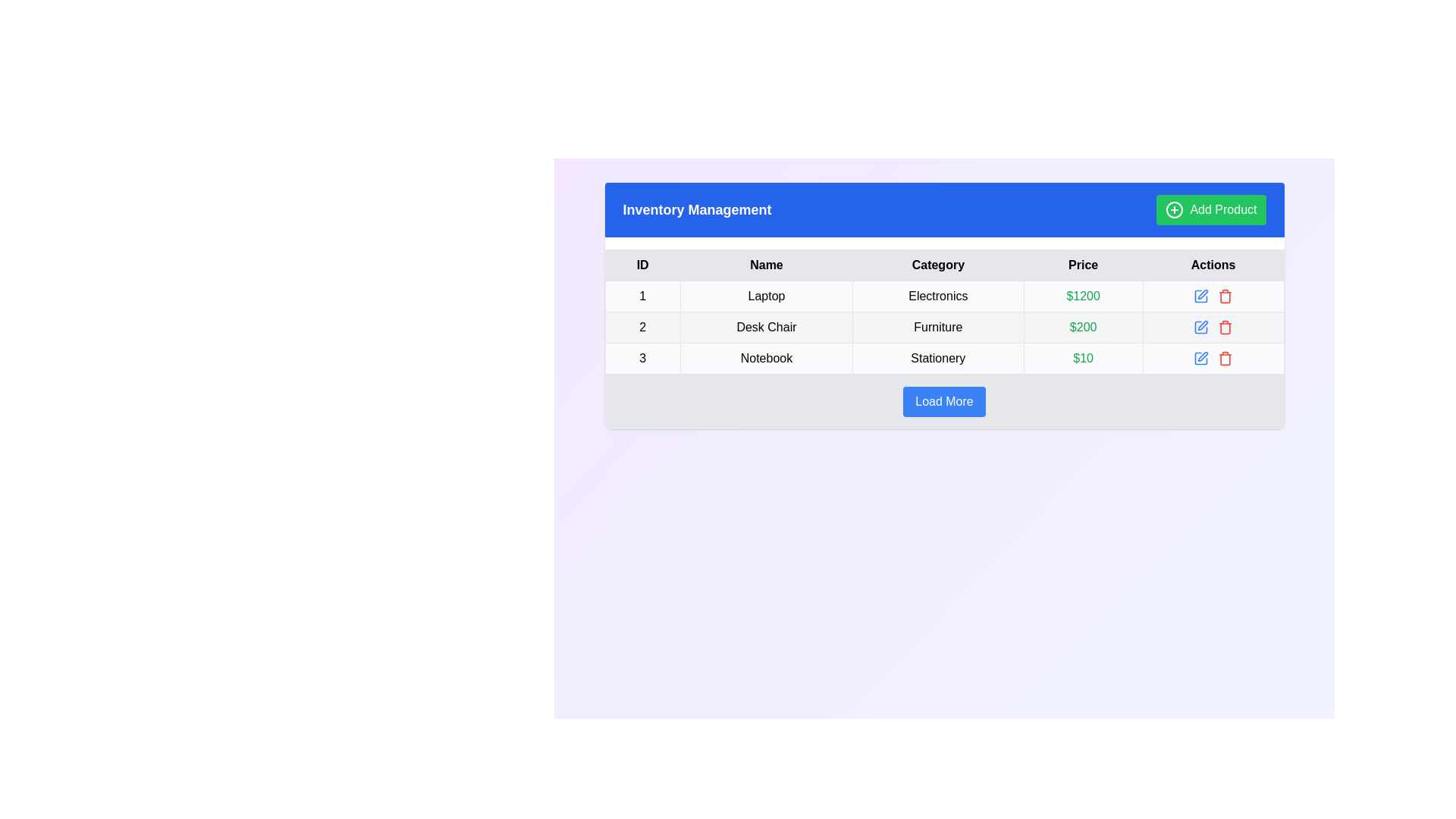  Describe the element at coordinates (1202, 356) in the screenshot. I see `the Edit button icon in the Actions column of the third row` at that location.